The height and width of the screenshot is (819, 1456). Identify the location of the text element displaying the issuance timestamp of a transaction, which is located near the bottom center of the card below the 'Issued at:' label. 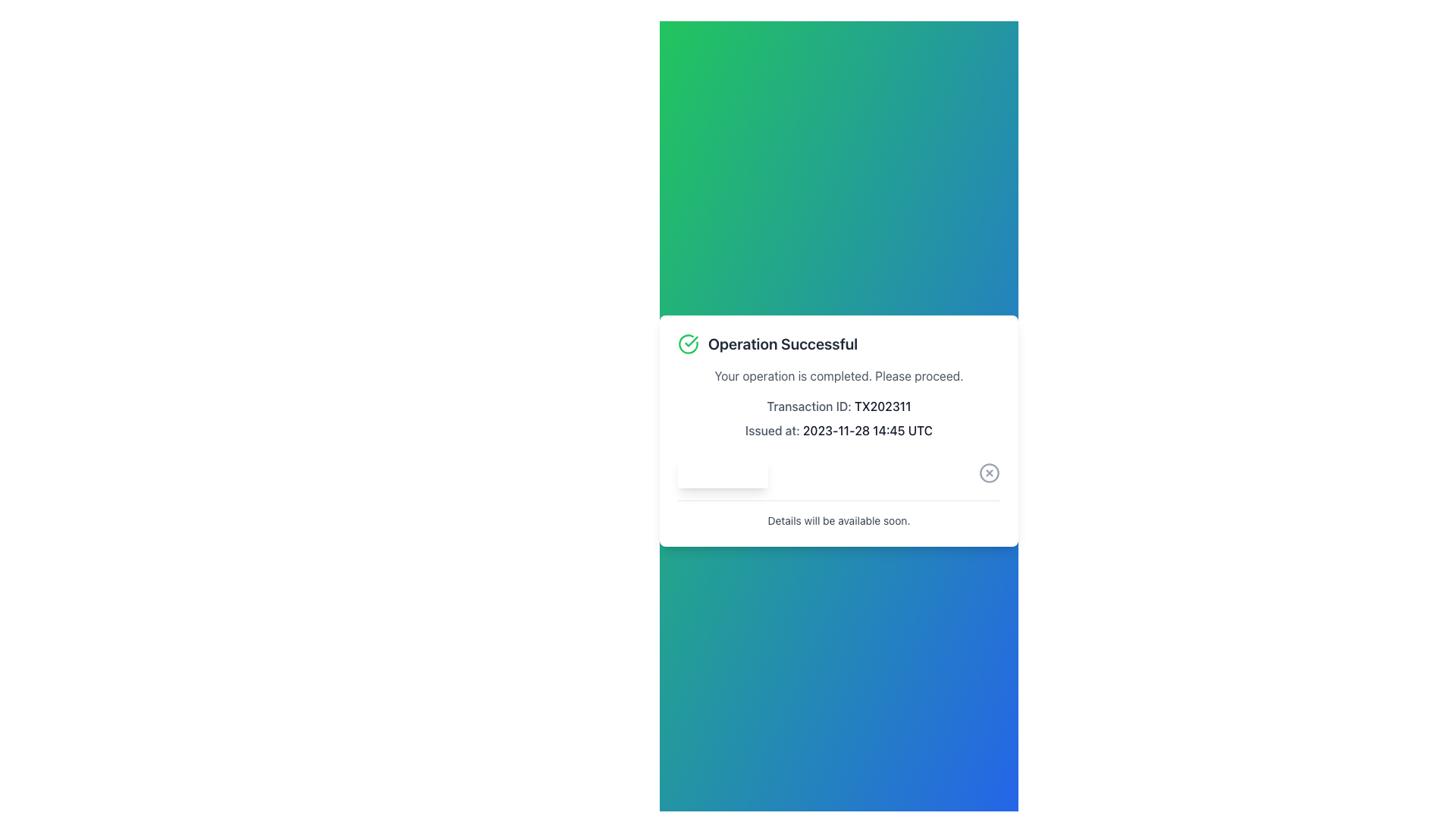
(868, 430).